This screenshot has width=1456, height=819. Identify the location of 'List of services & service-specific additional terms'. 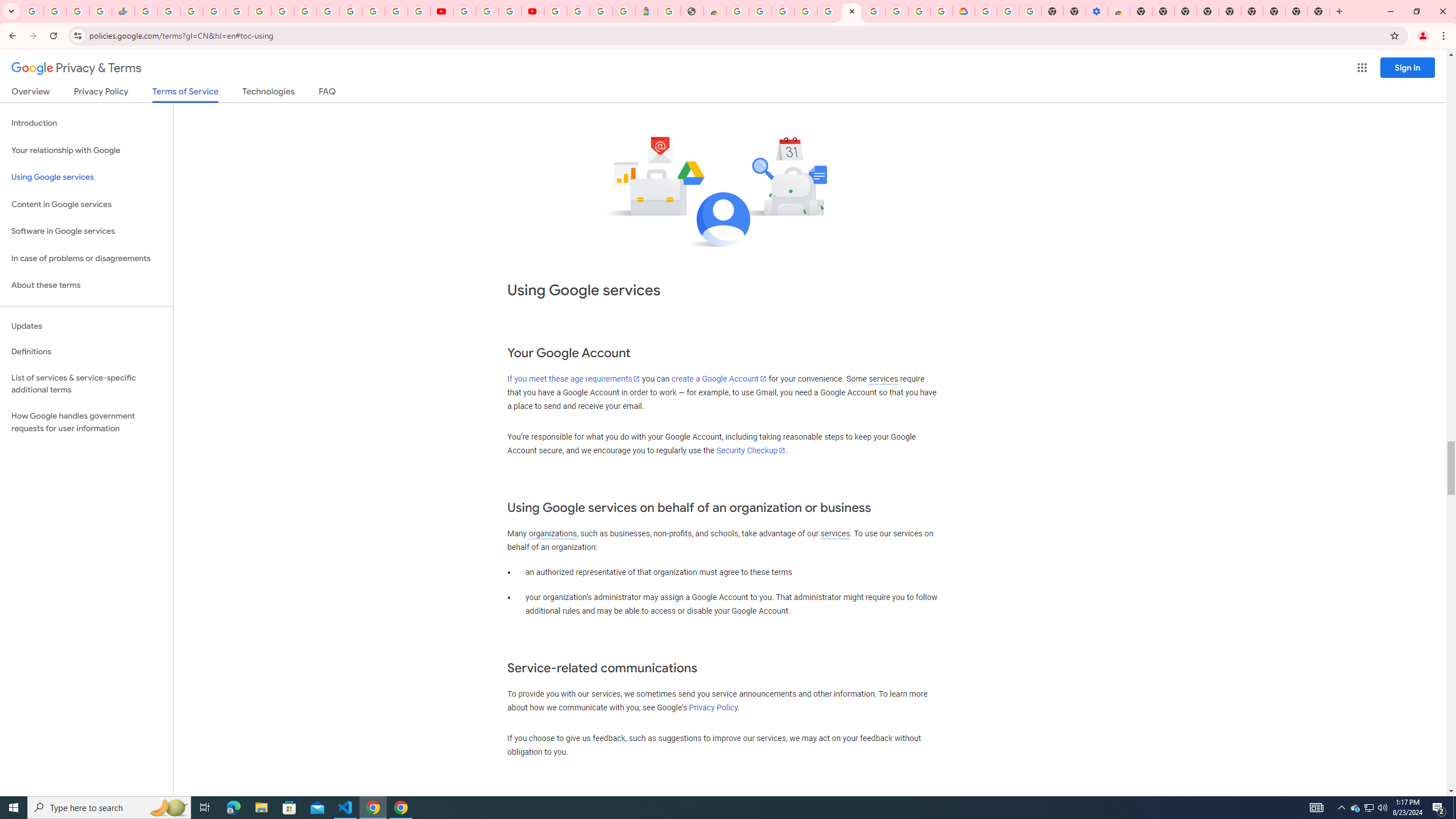
(86, 383).